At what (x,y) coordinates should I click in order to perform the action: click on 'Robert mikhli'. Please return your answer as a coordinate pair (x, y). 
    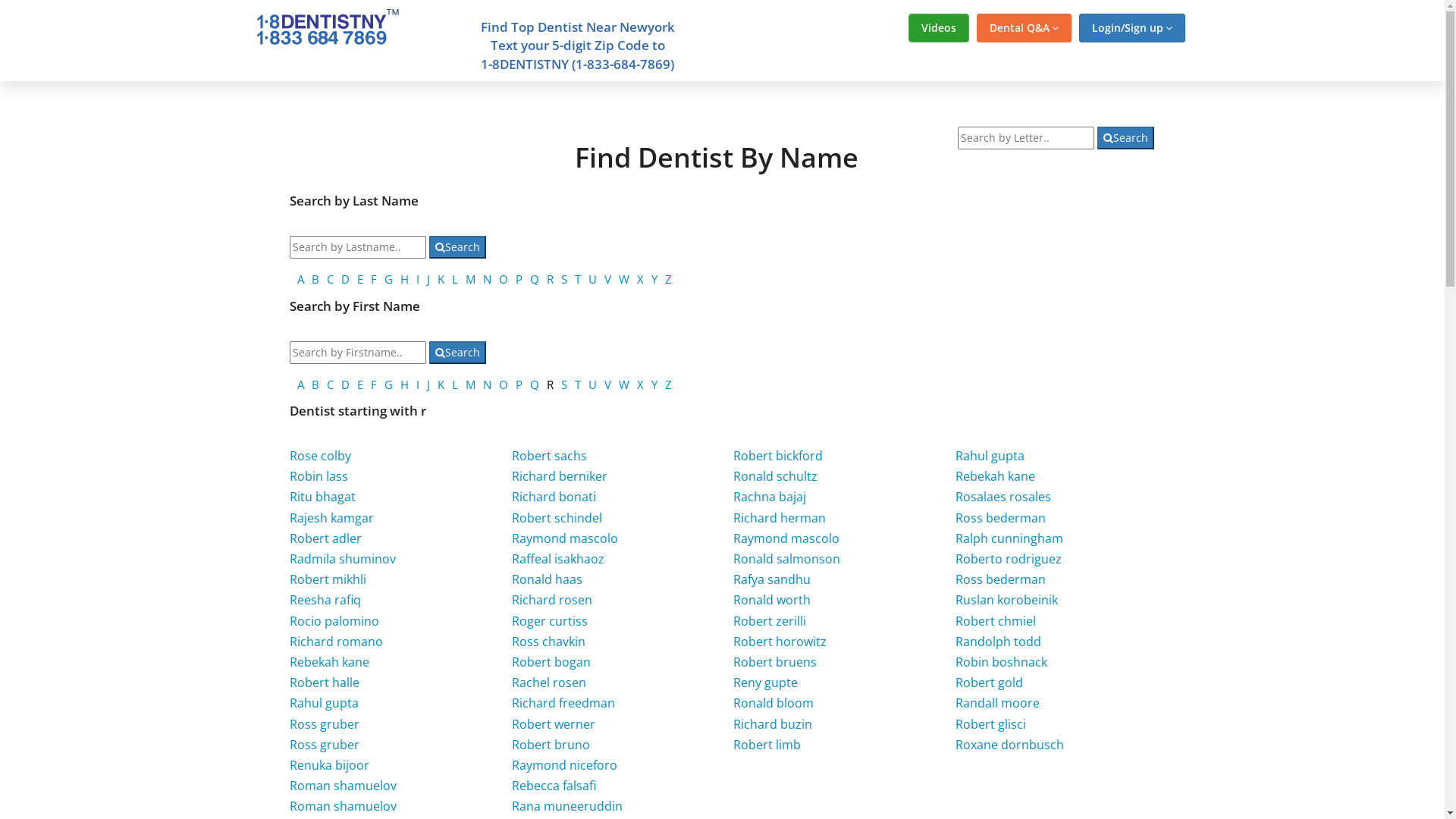
    Looking at the image, I should click on (327, 579).